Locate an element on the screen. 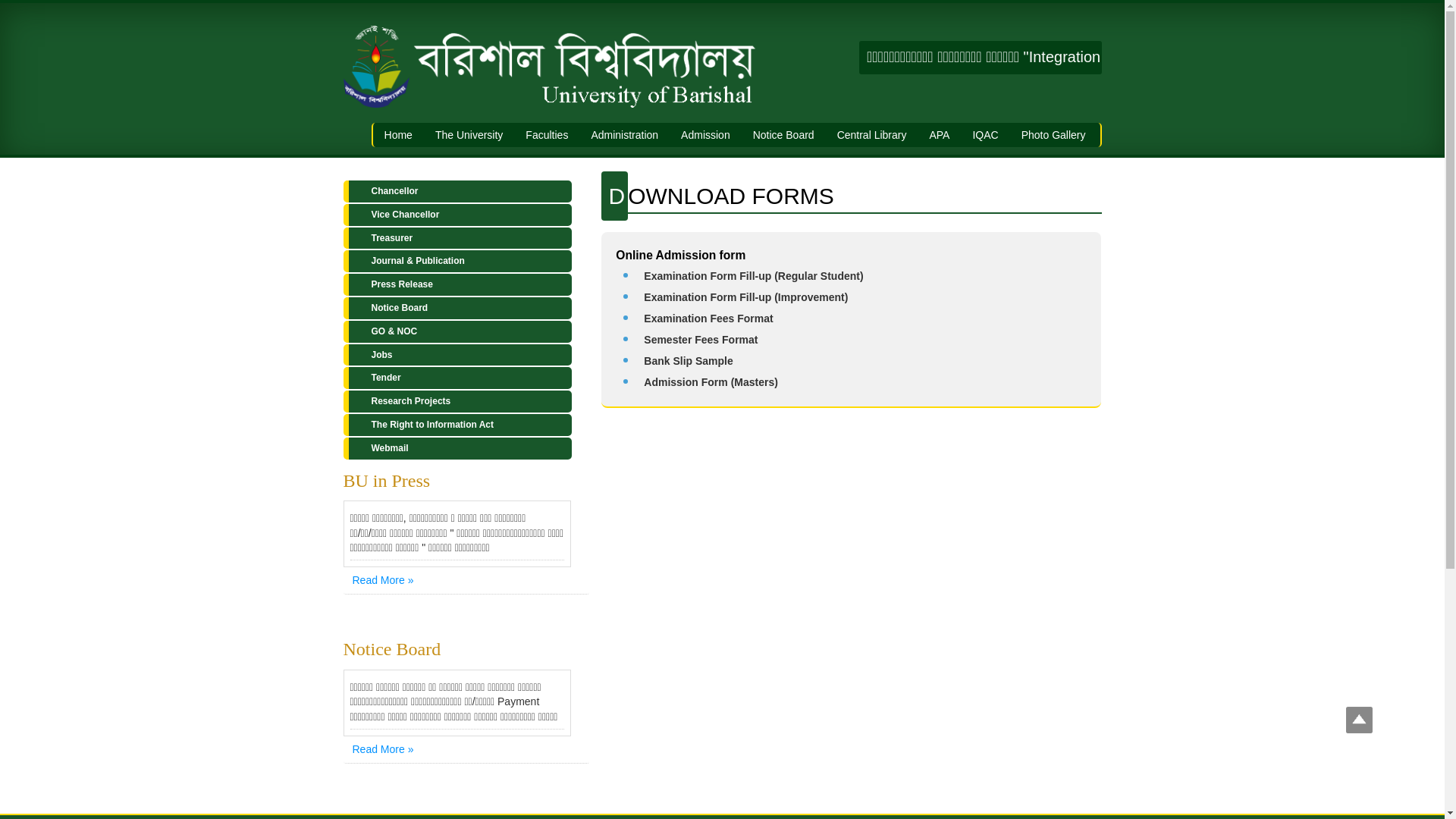 The image size is (1456, 819). 'IQAC' is located at coordinates (985, 133).